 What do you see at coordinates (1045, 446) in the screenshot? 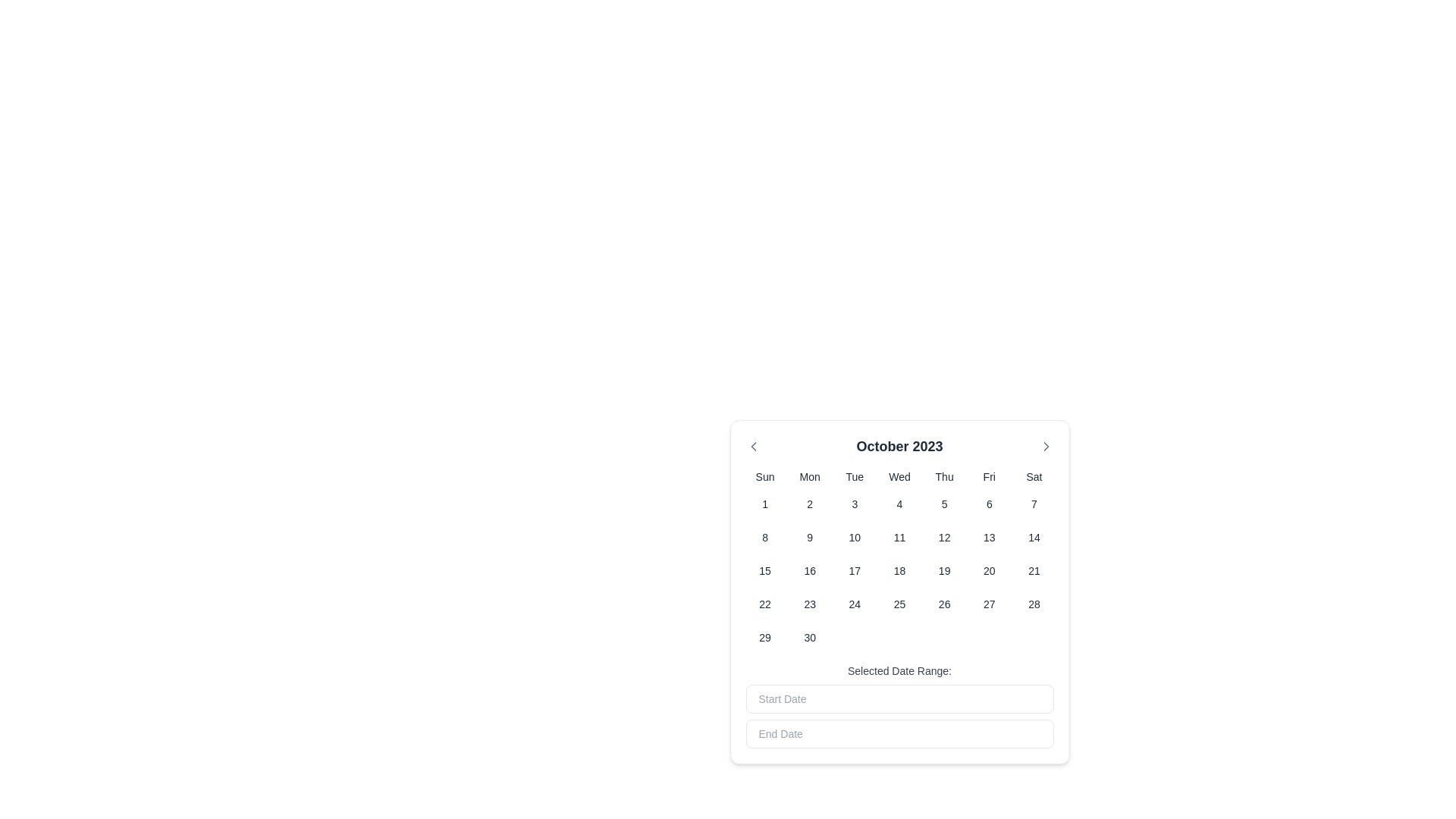
I see `the right-facing chevron icon located in the upper-right section of the calendar widget` at bounding box center [1045, 446].